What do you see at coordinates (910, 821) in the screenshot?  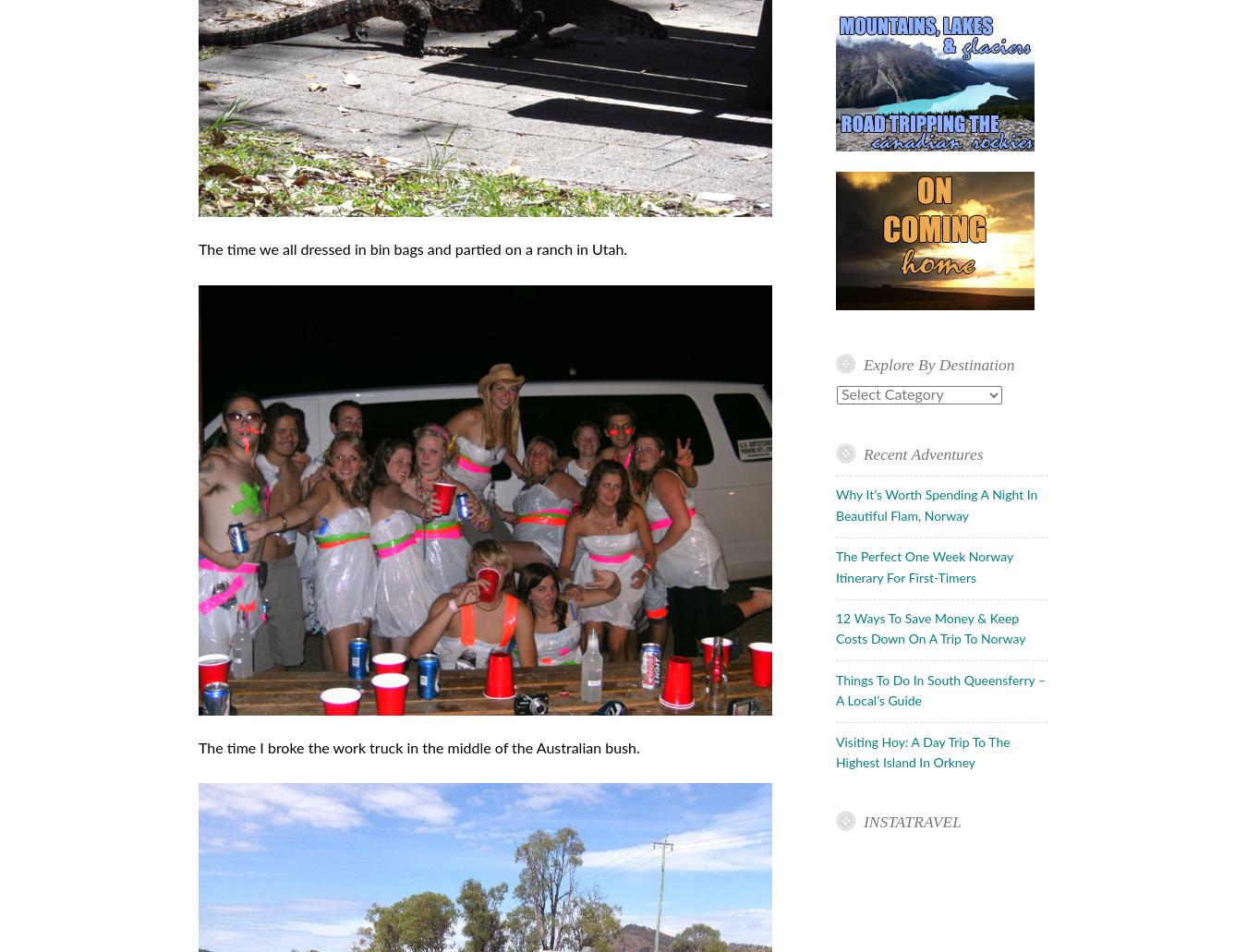 I see `'INSTATRAVEL'` at bounding box center [910, 821].